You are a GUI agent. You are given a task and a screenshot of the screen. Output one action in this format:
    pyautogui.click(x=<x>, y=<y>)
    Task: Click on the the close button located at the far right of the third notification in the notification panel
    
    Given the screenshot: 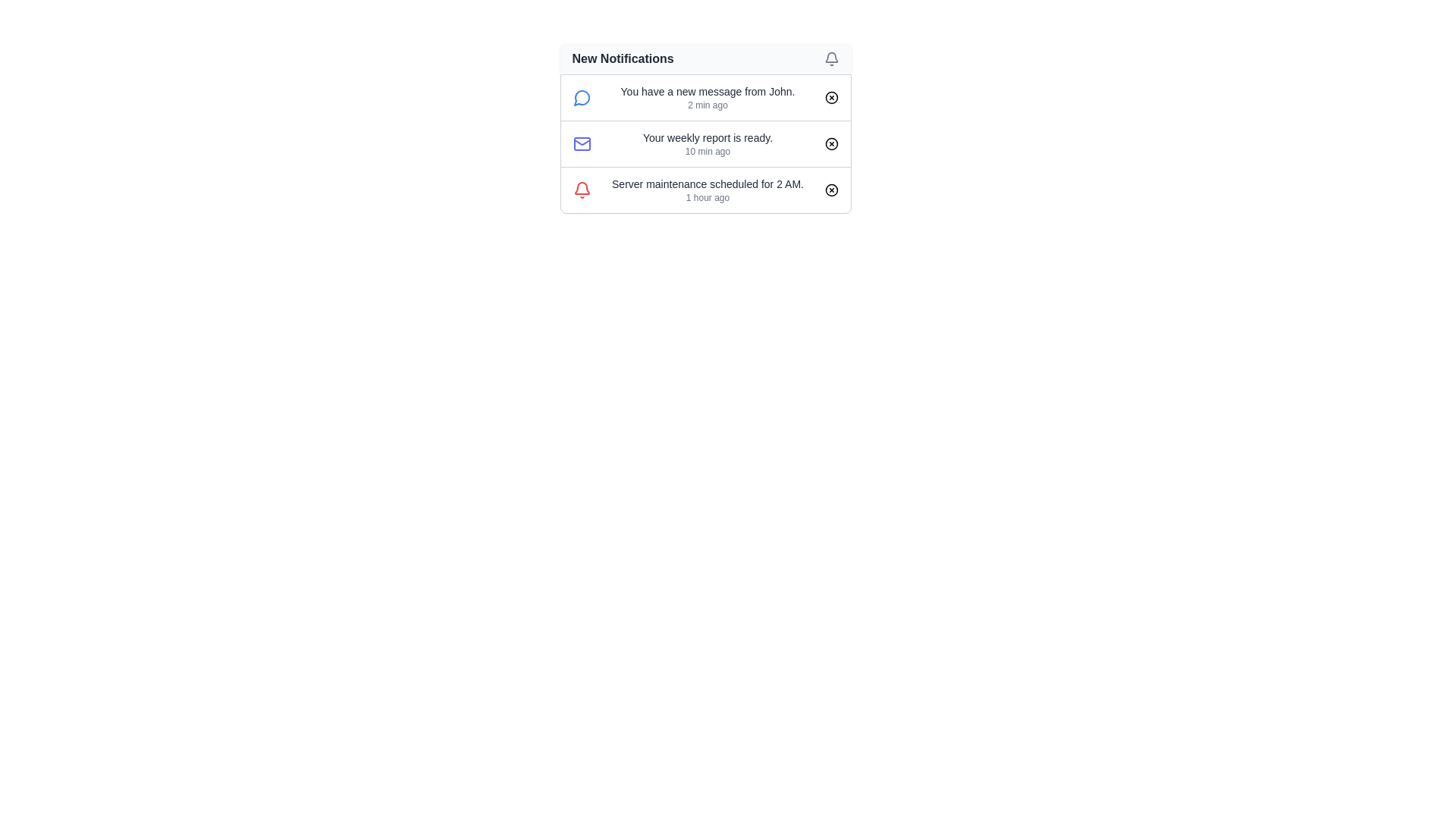 What is the action you would take?
    pyautogui.click(x=830, y=189)
    